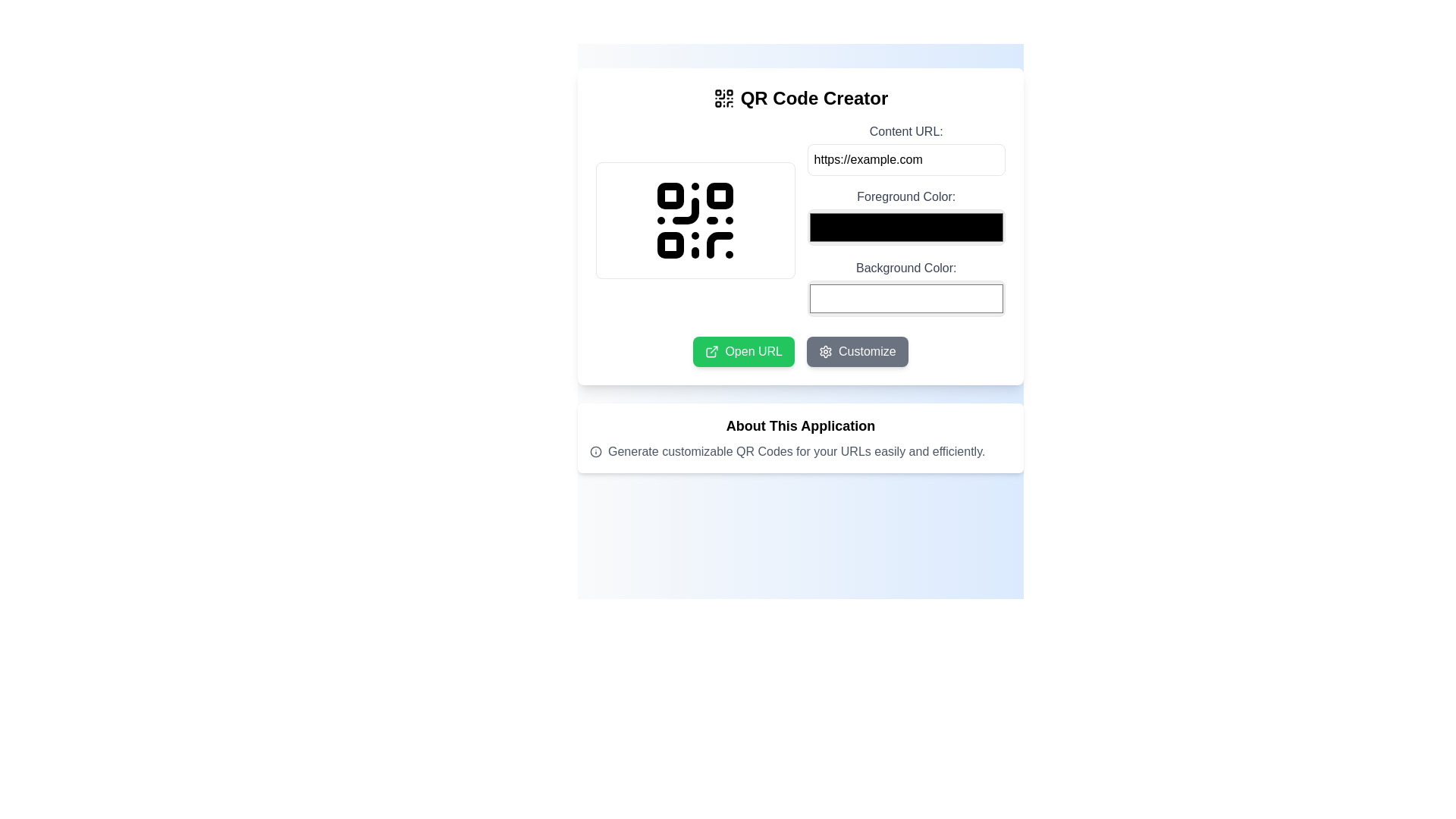  What do you see at coordinates (595, 451) in the screenshot?
I see `the information icon, which is a circular SVG icon with an 'i' in the center, located under the 'About This Application' section, directly preceding the description text` at bounding box center [595, 451].